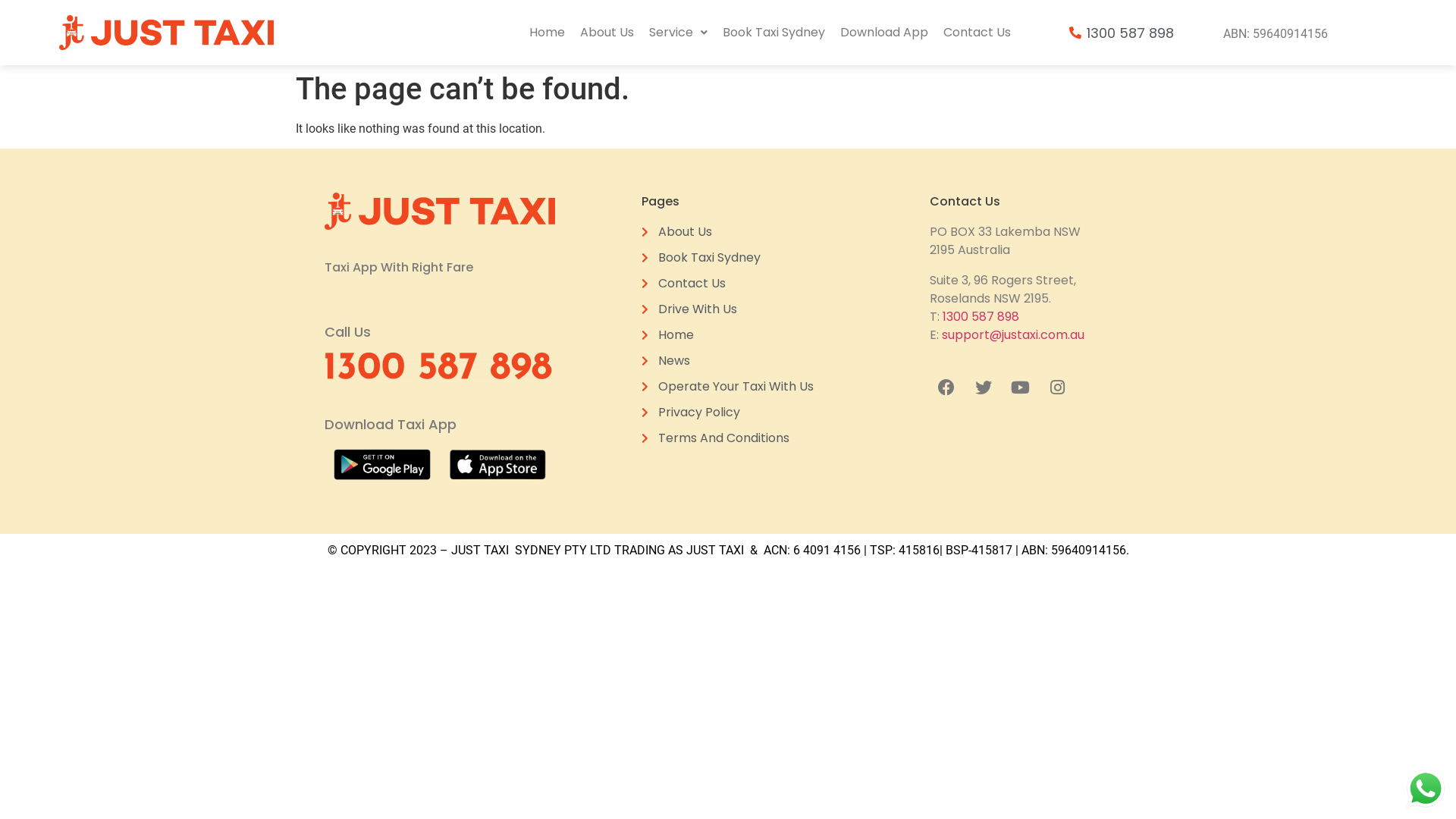  I want to click on 'Home', so click(521, 32).